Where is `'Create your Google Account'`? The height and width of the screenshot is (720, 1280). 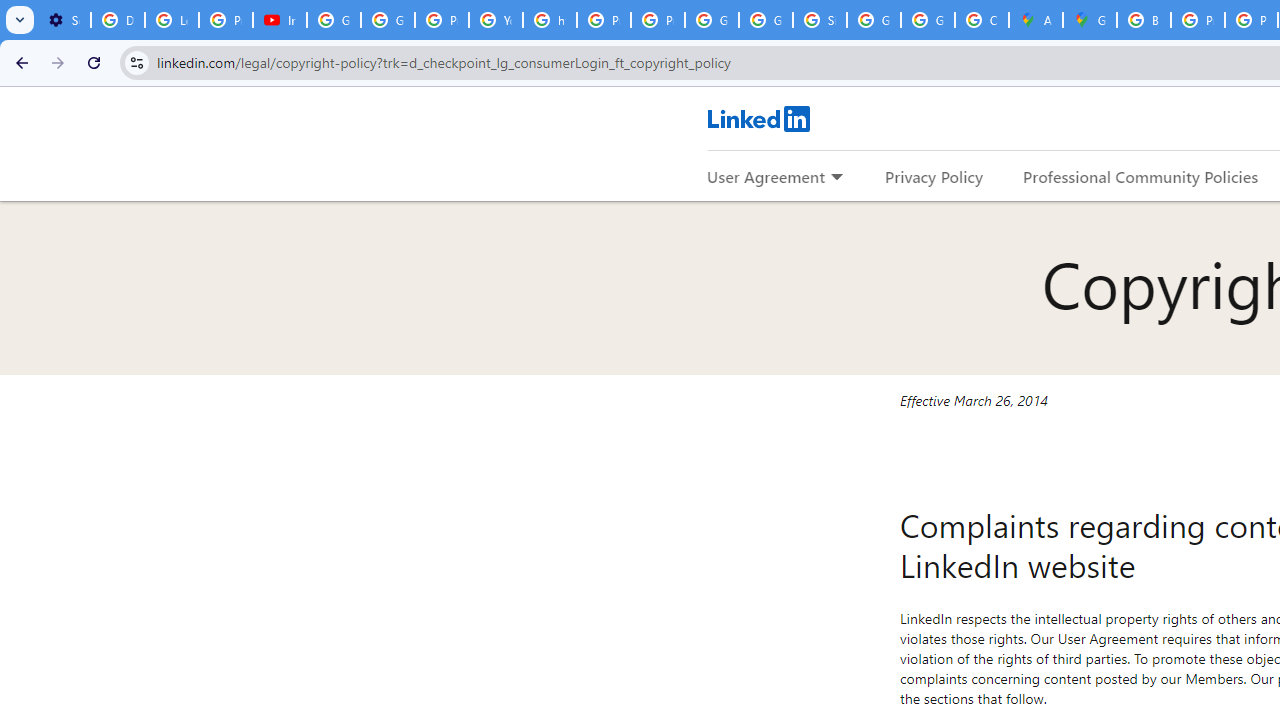
'Create your Google Account' is located at coordinates (981, 20).